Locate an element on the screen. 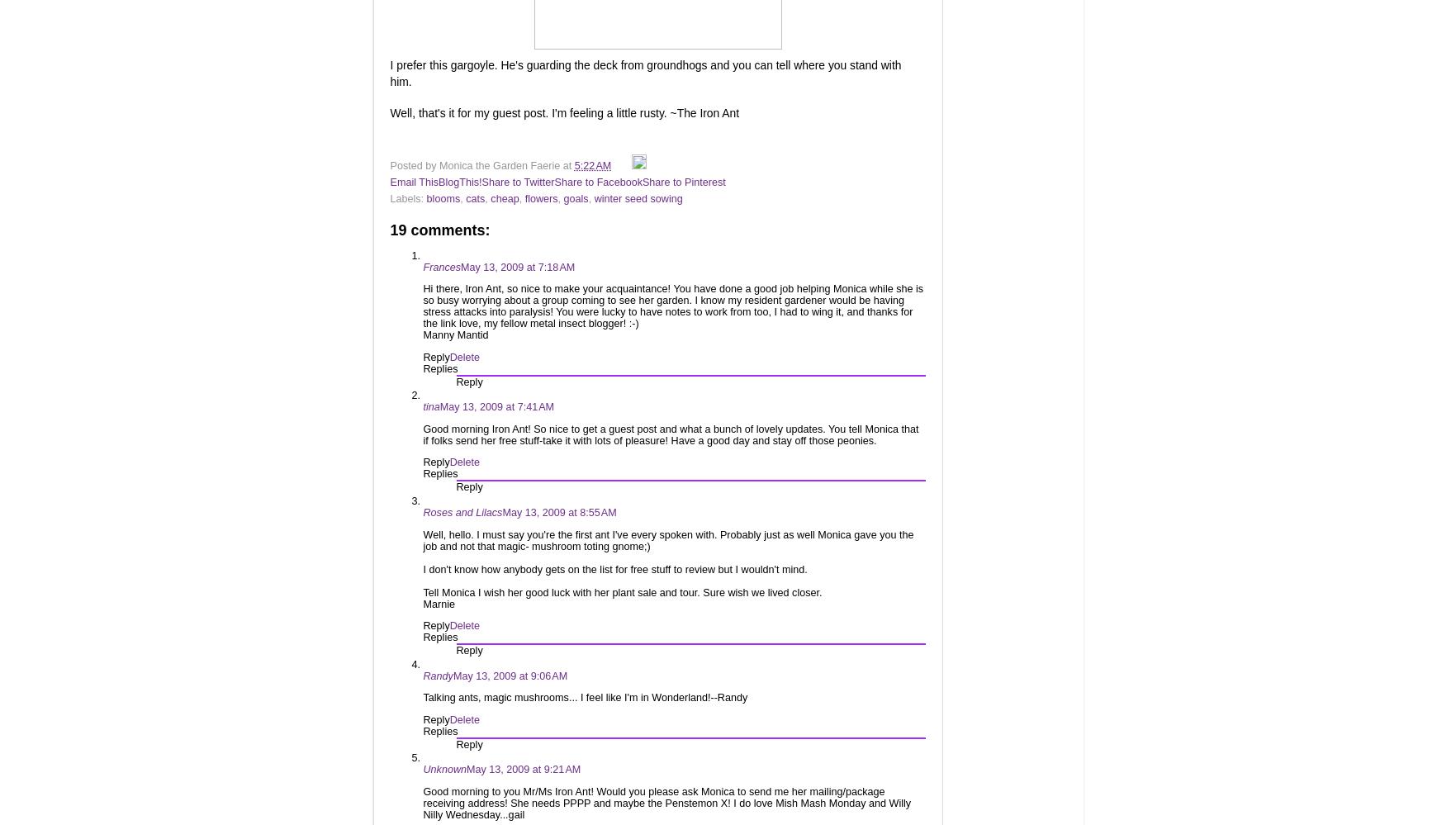 The width and height of the screenshot is (1456, 825). 'blooms' is located at coordinates (443, 197).